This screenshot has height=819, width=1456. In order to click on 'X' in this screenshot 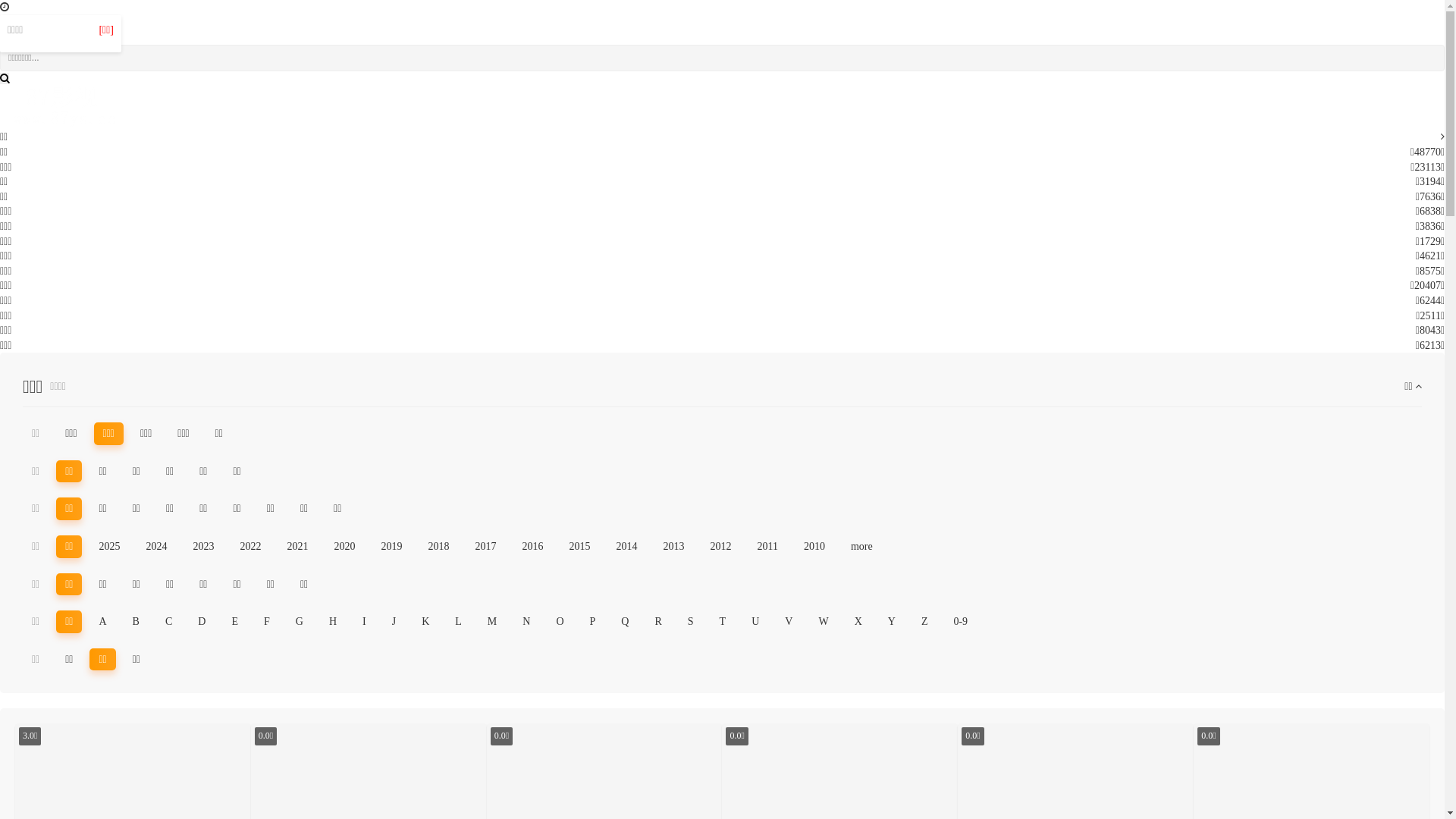, I will do `click(858, 622)`.